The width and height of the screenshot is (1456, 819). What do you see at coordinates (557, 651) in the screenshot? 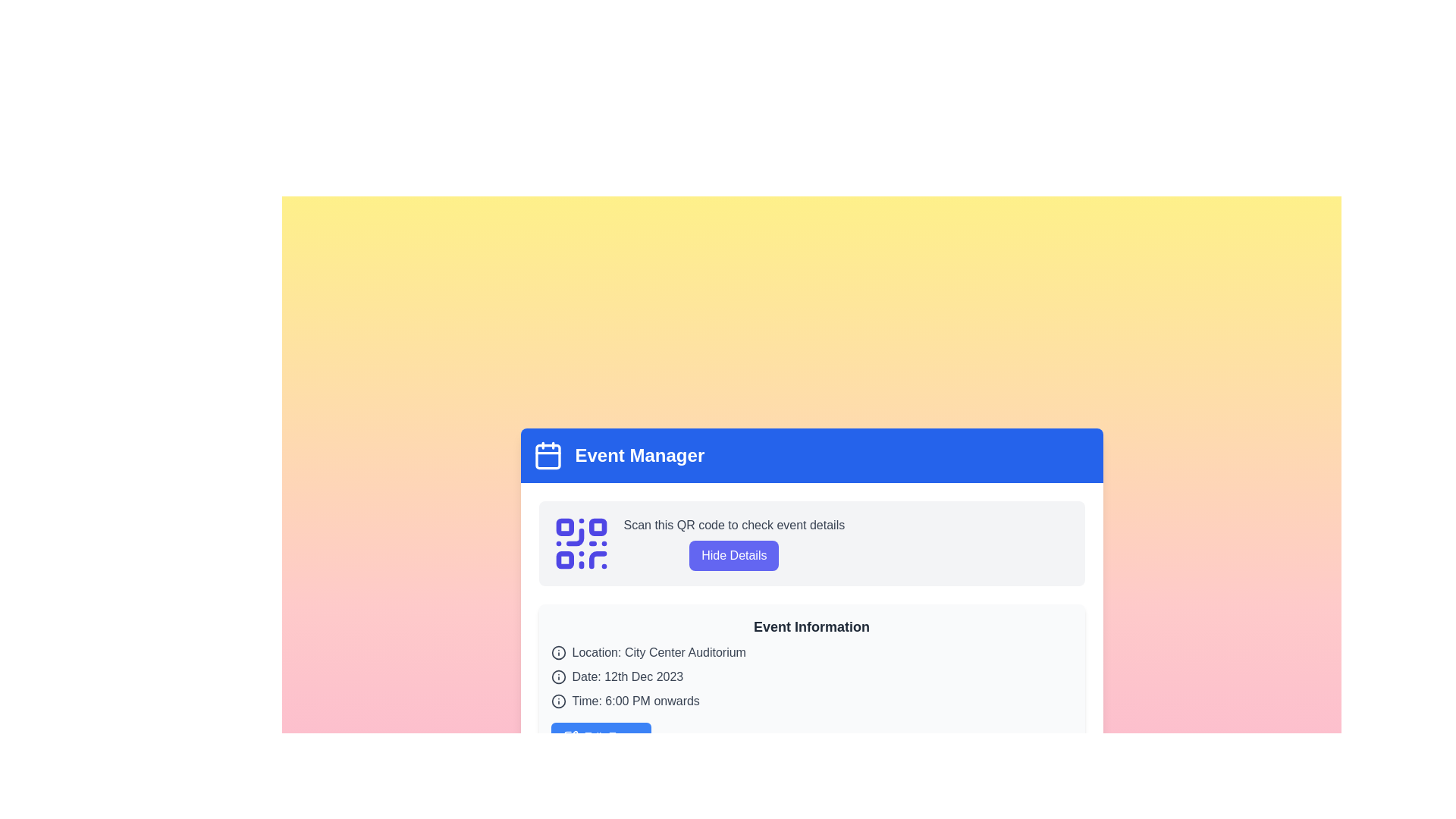
I see `the informational icon located in the 'Location' section of the Event Information box, immediately to the left of the text 'City Center Auditorium'` at bounding box center [557, 651].